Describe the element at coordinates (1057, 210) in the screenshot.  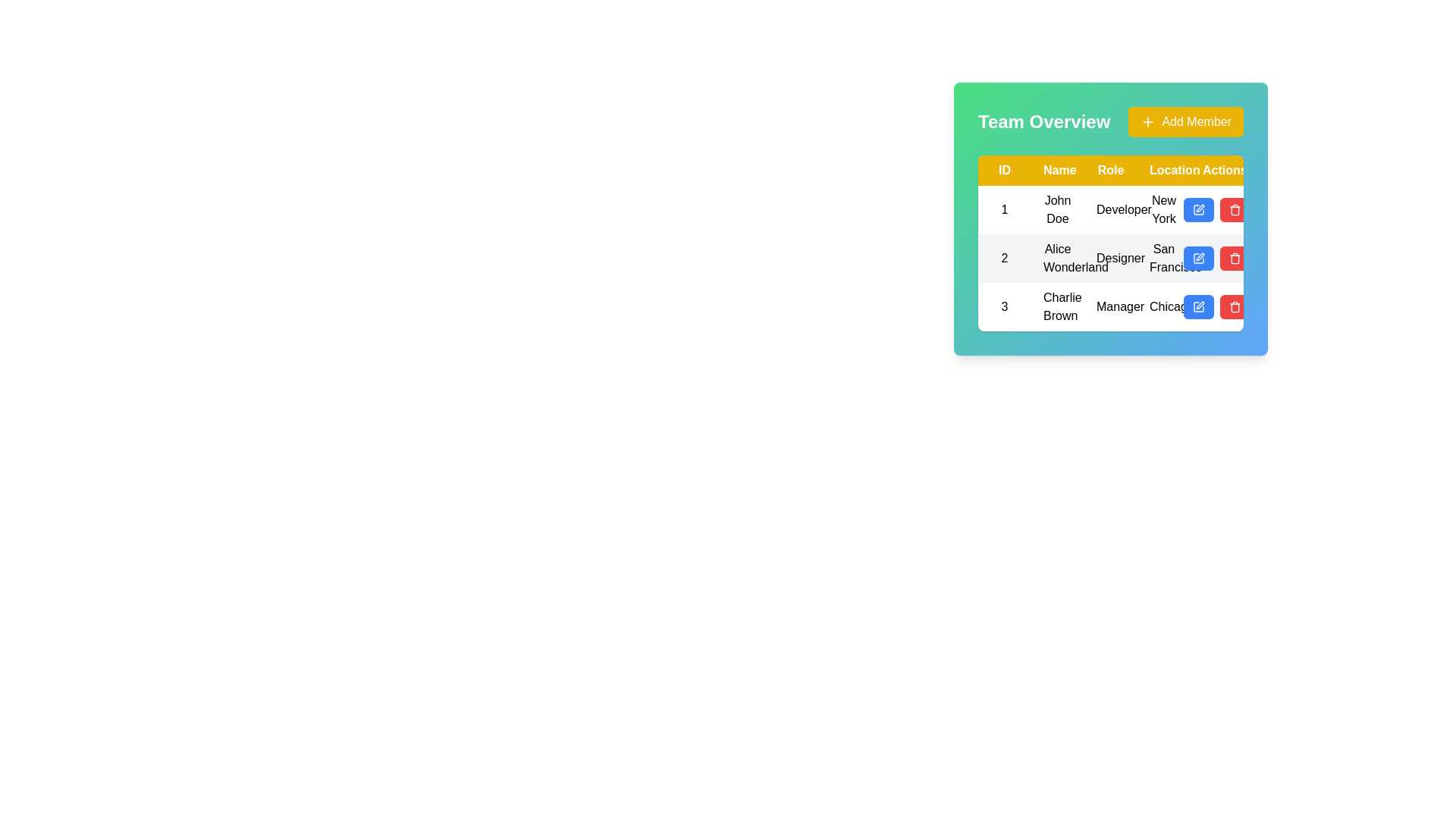
I see `the text field displaying the name 'John Doe' located in the second column of the first row of the table under 'Team Overview'` at that location.